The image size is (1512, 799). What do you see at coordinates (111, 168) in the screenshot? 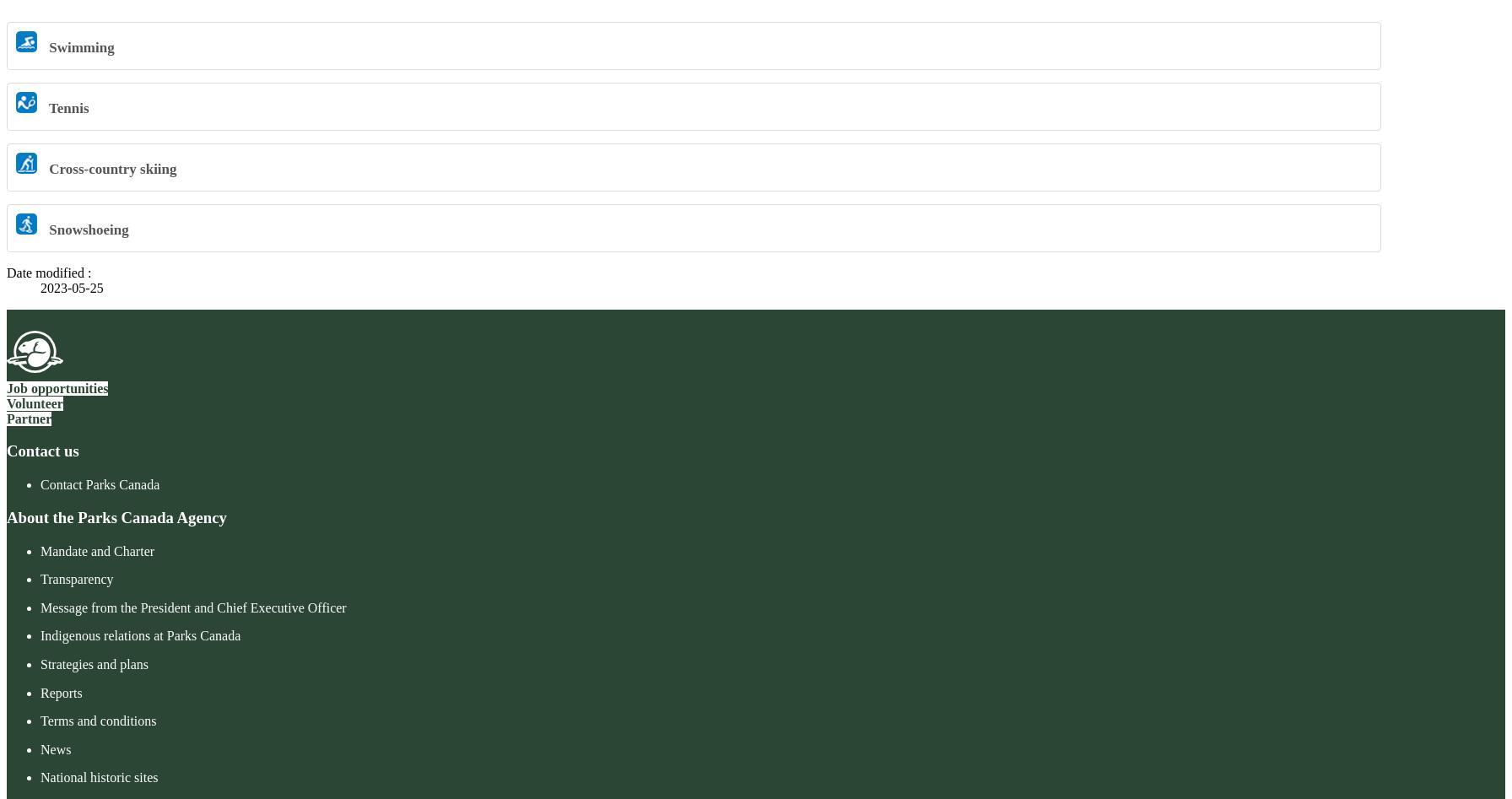
I see `'Cross-country skiing'` at bounding box center [111, 168].